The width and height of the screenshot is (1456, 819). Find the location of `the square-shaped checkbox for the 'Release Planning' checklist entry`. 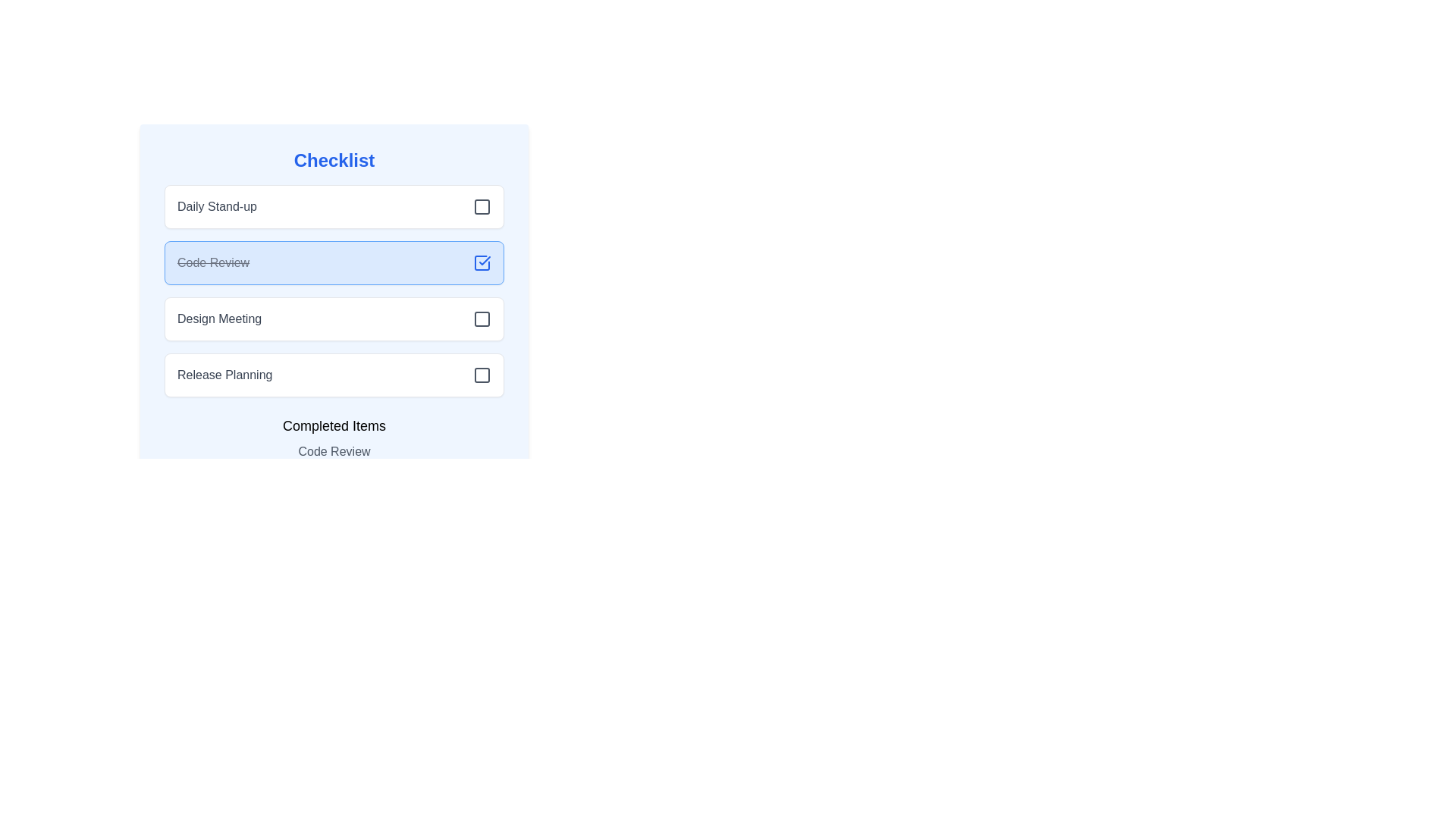

the square-shaped checkbox for the 'Release Planning' checklist entry is located at coordinates (481, 375).